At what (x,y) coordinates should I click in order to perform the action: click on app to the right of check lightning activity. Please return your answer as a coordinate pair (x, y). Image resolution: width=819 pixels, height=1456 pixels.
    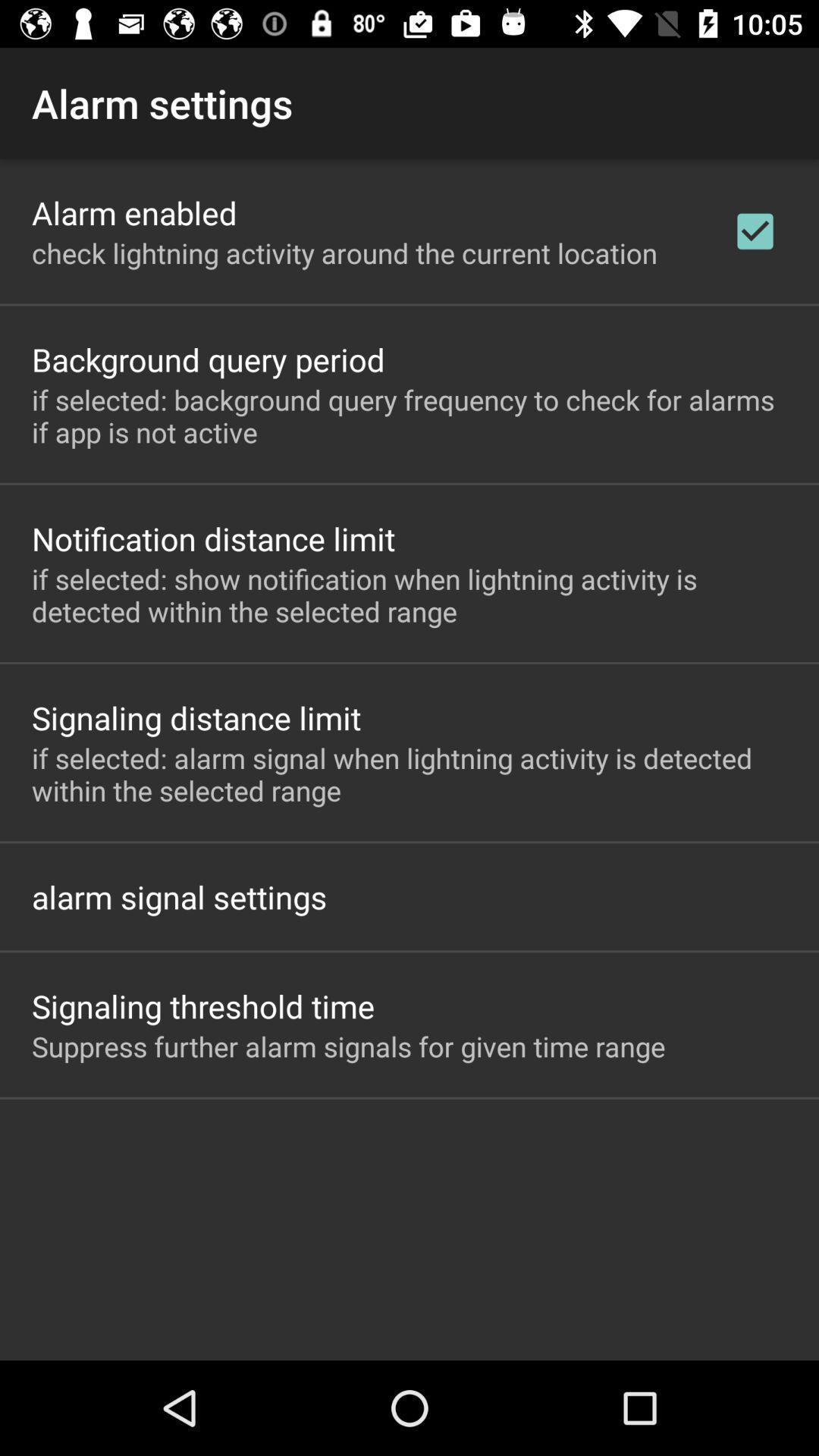
    Looking at the image, I should click on (755, 231).